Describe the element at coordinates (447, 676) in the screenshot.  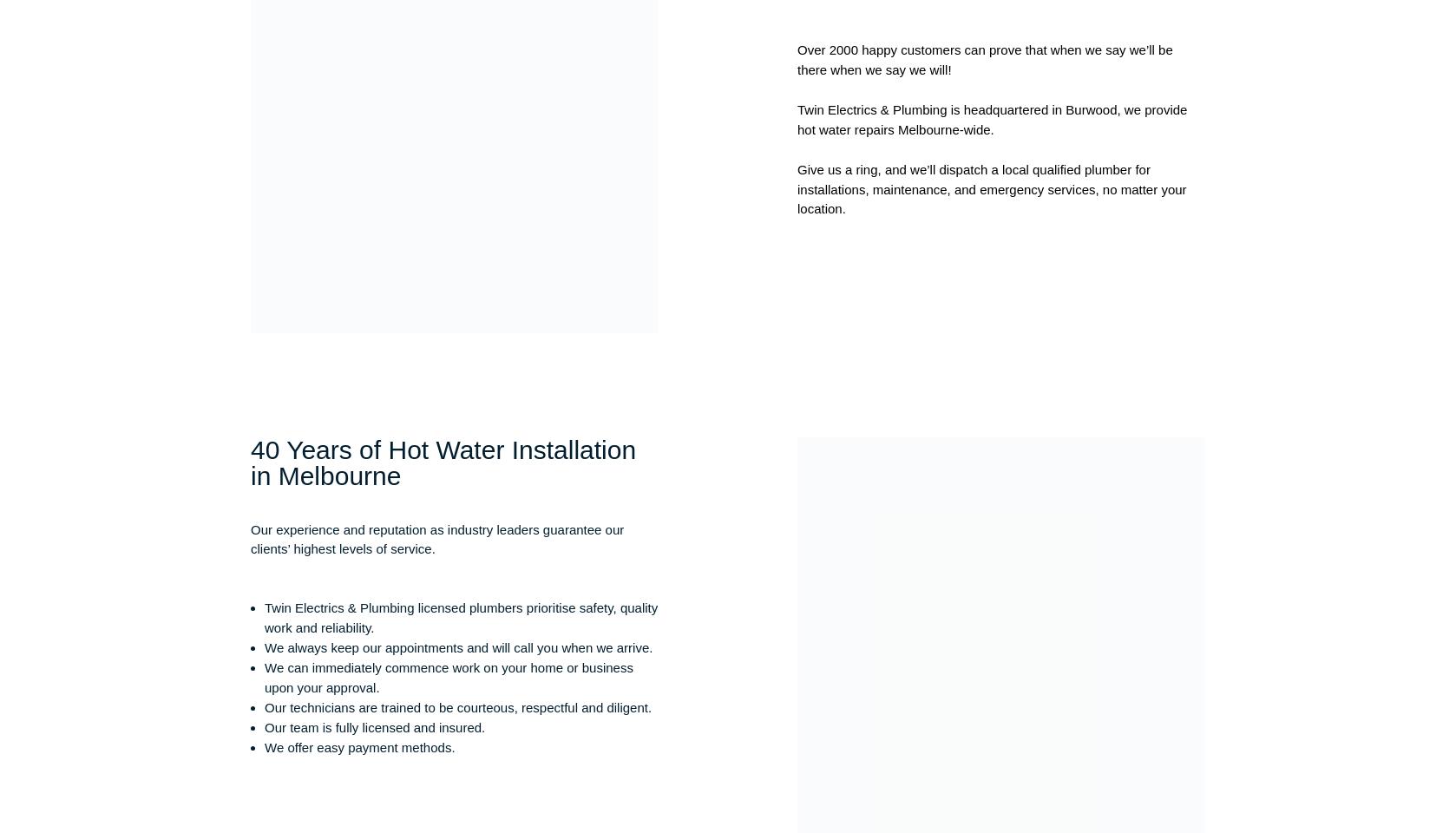
I see `'We can immediately commence work on your home or business upon your approval.'` at that location.